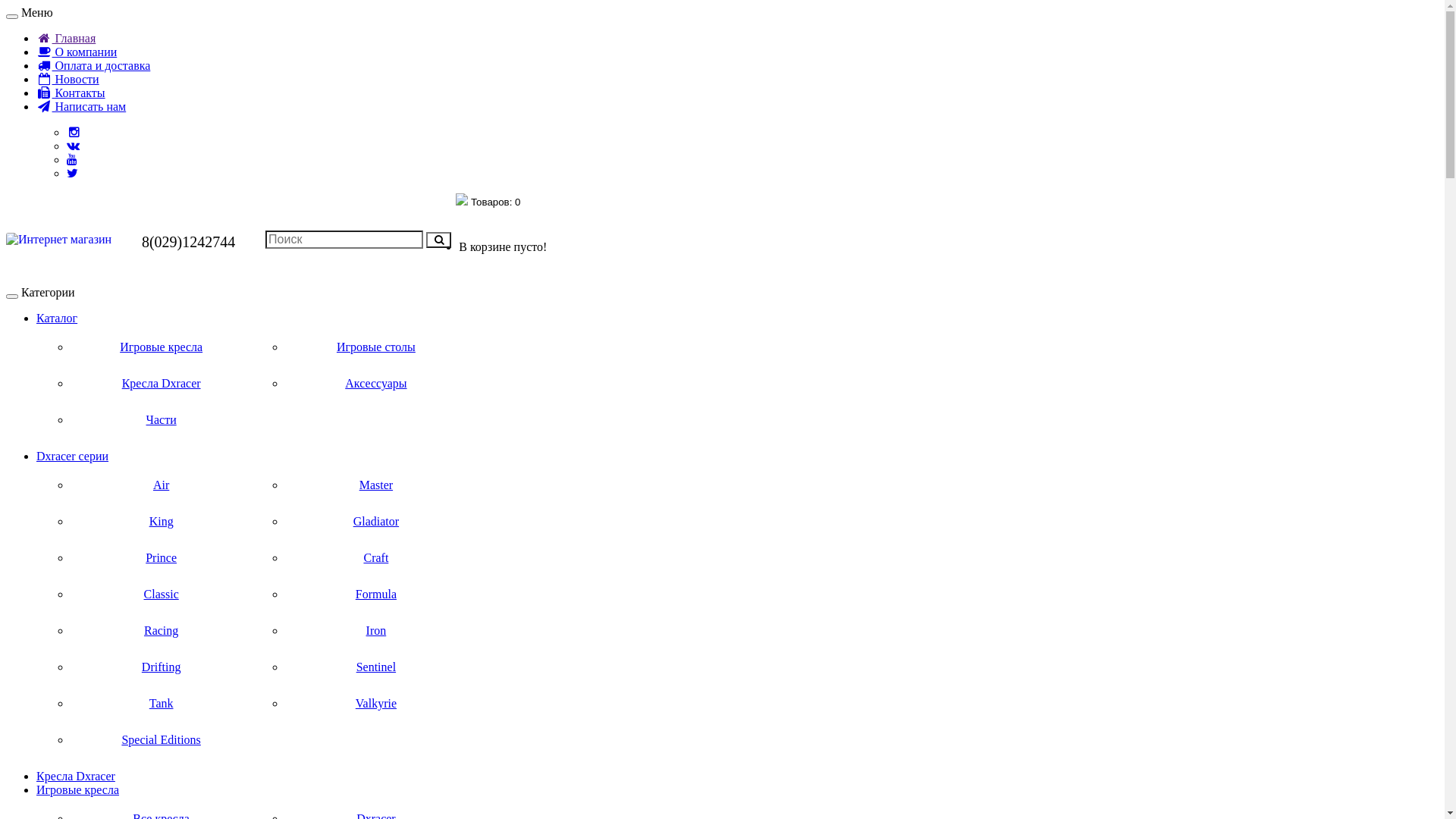 This screenshot has height=819, width=1456. Describe the element at coordinates (375, 631) in the screenshot. I see `'Iron'` at that location.